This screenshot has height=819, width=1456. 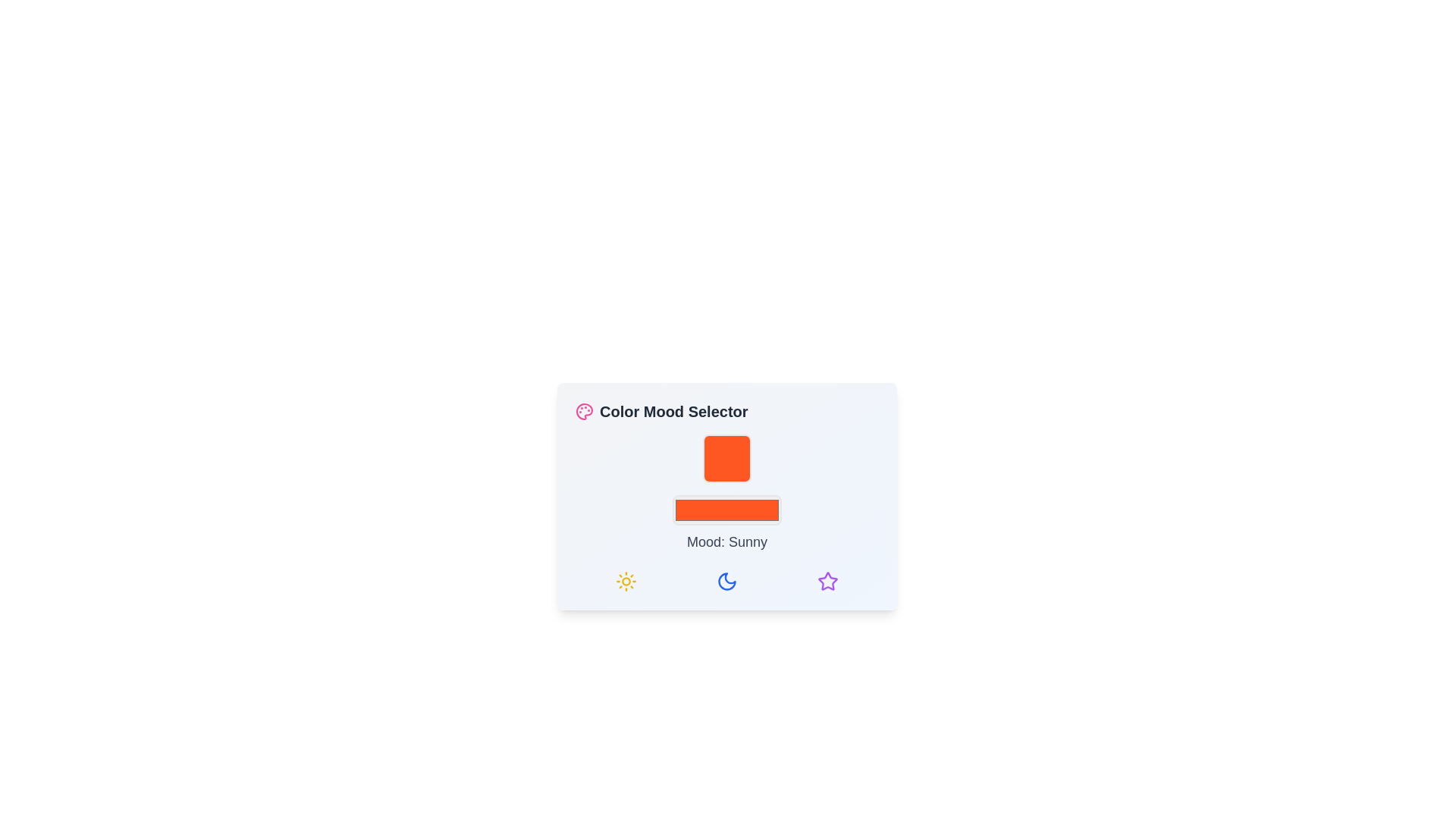 What do you see at coordinates (584, 412) in the screenshot?
I see `the circular pink palette icon located at the top-left corner of the 'Color Mood Selector' card` at bounding box center [584, 412].